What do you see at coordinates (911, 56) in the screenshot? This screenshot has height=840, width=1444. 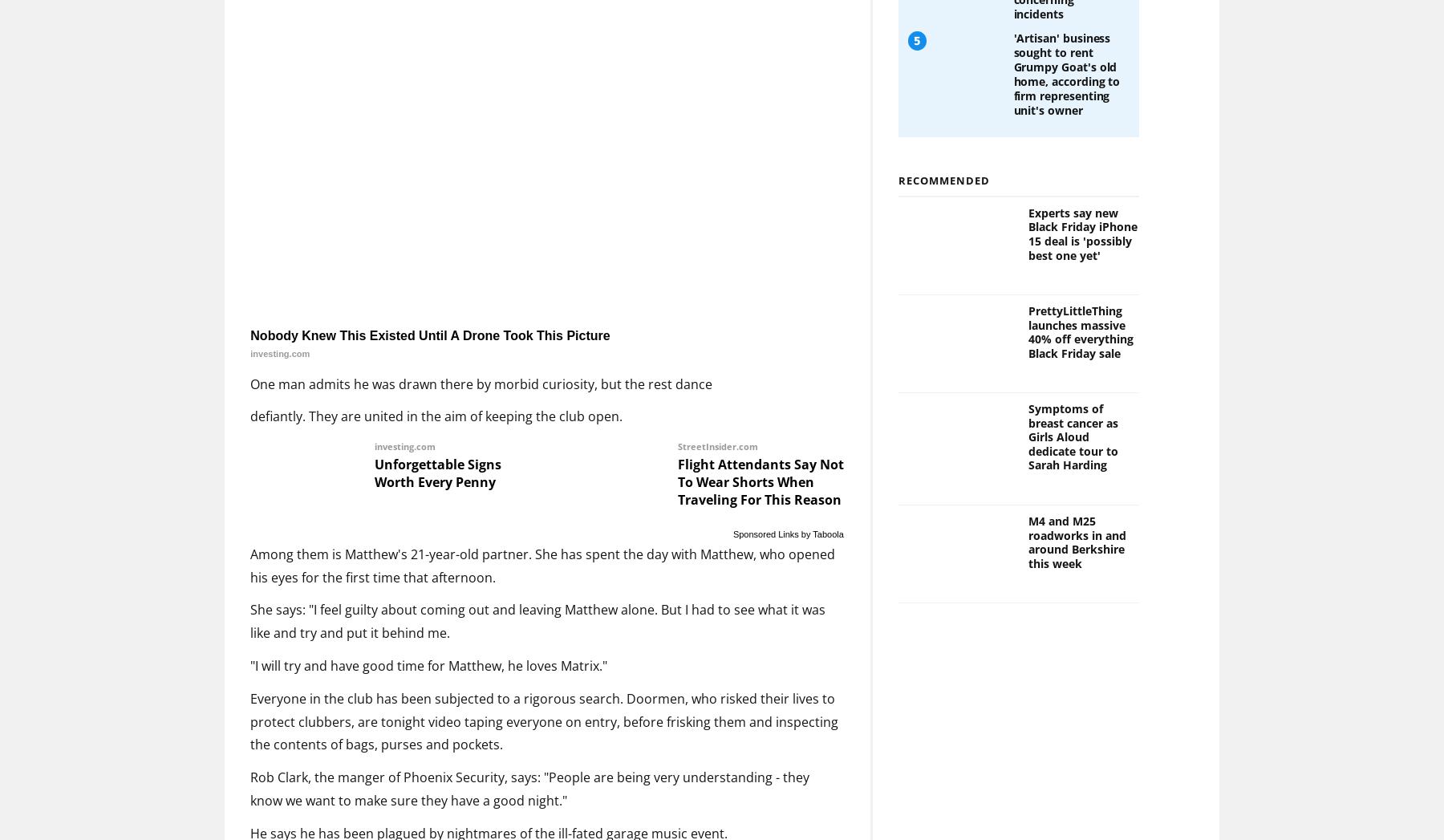 I see `'4'` at bounding box center [911, 56].